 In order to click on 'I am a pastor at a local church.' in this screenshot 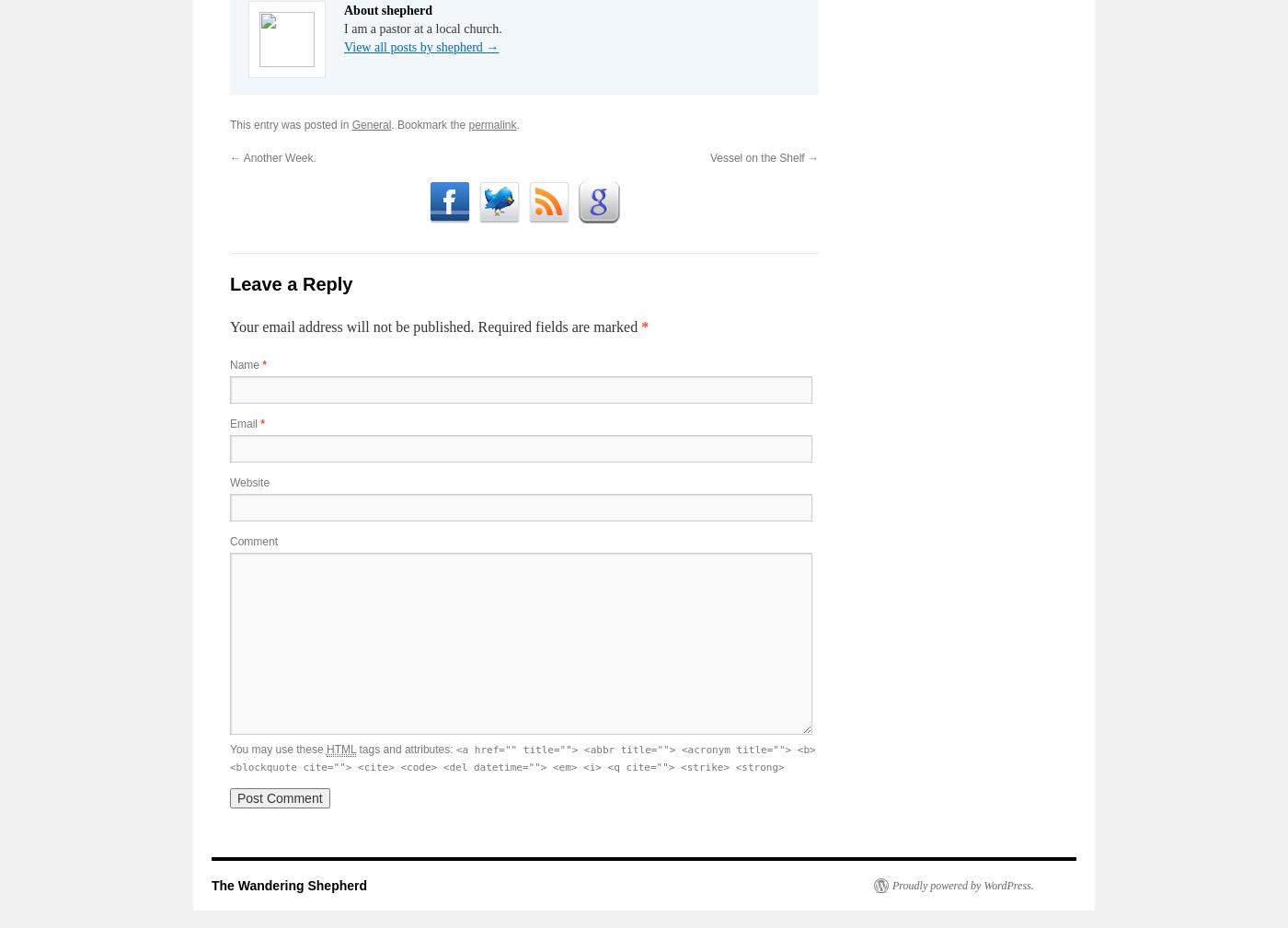, I will do `click(422, 28)`.